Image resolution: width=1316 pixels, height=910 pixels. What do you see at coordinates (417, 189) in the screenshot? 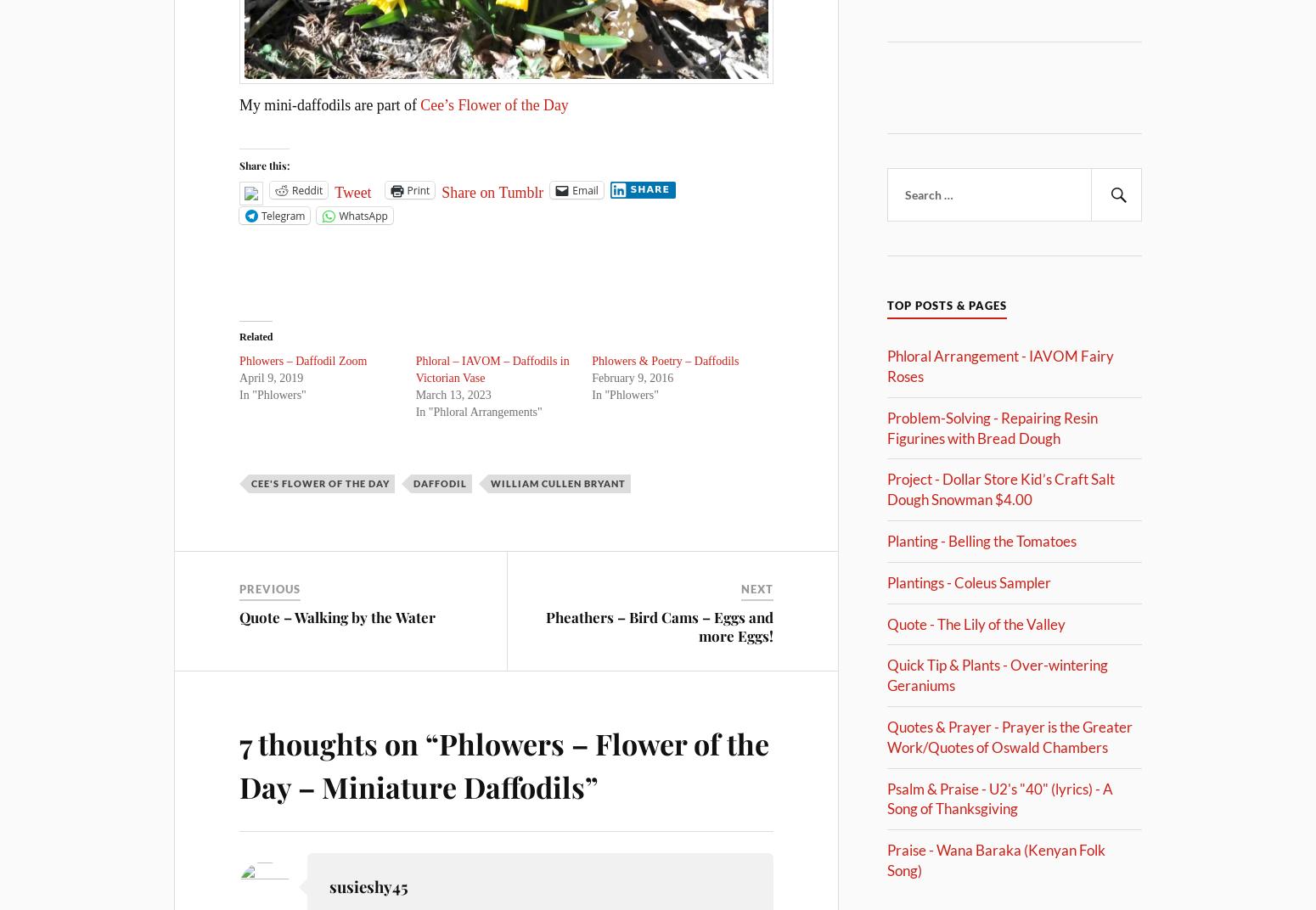
I see `'Print'` at bounding box center [417, 189].